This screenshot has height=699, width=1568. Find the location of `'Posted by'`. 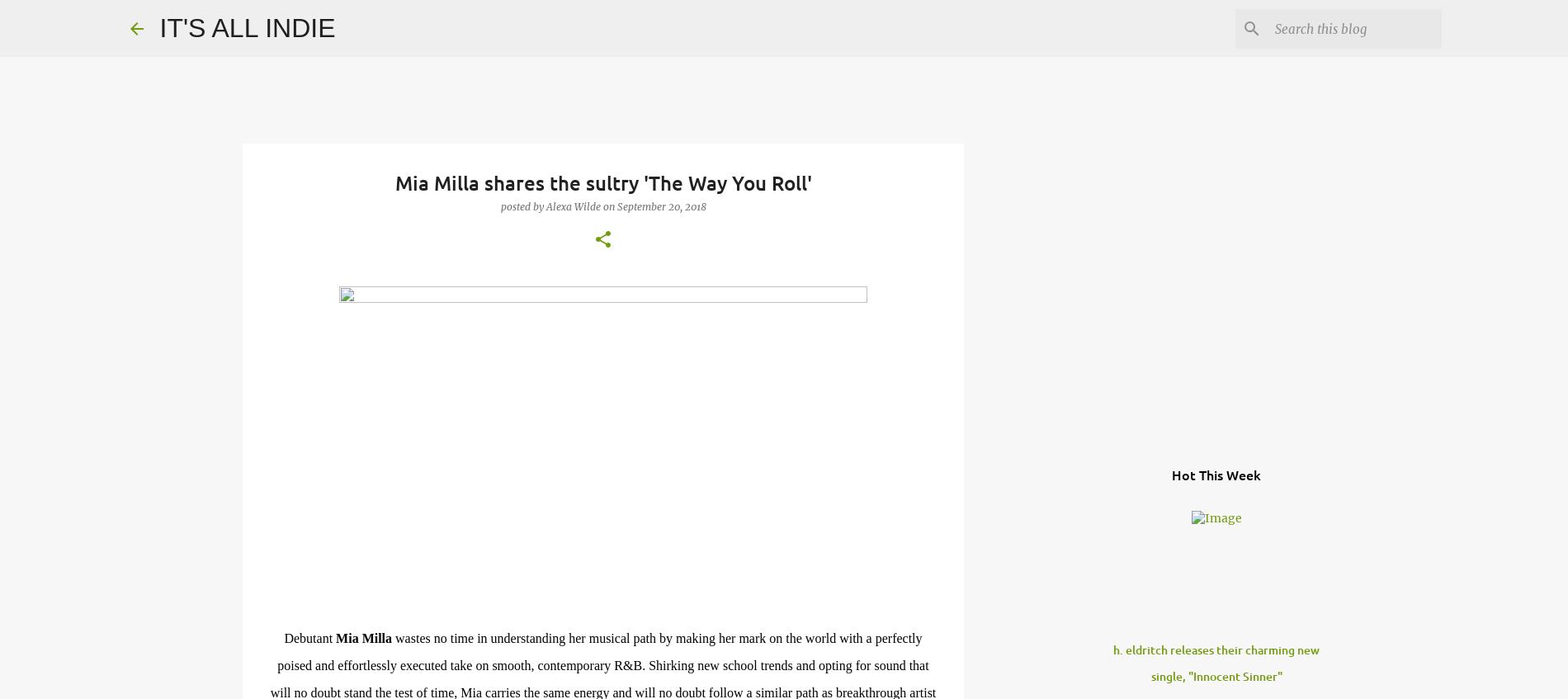

'Posted by' is located at coordinates (522, 205).